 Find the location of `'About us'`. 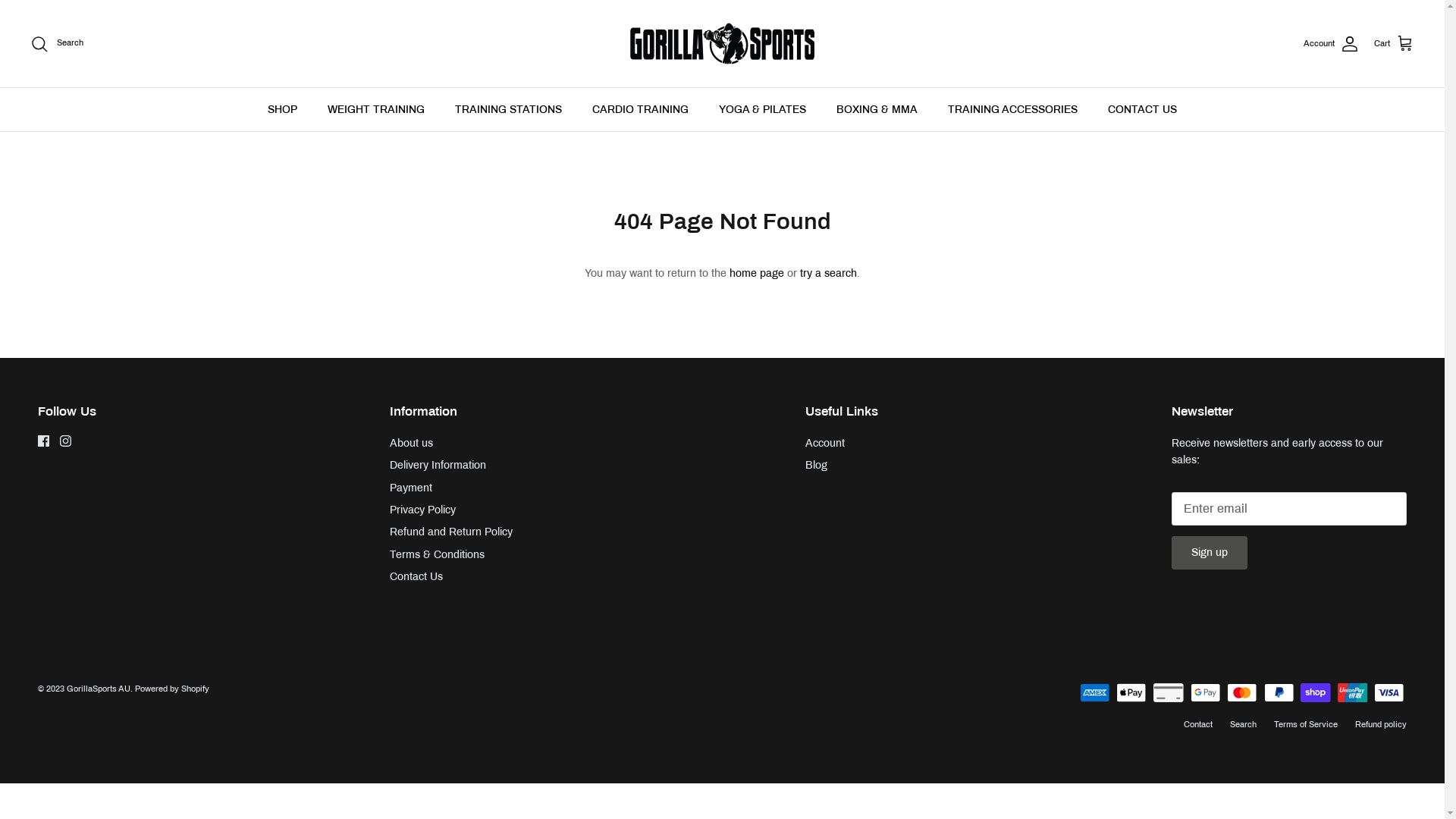

'About us' is located at coordinates (411, 443).